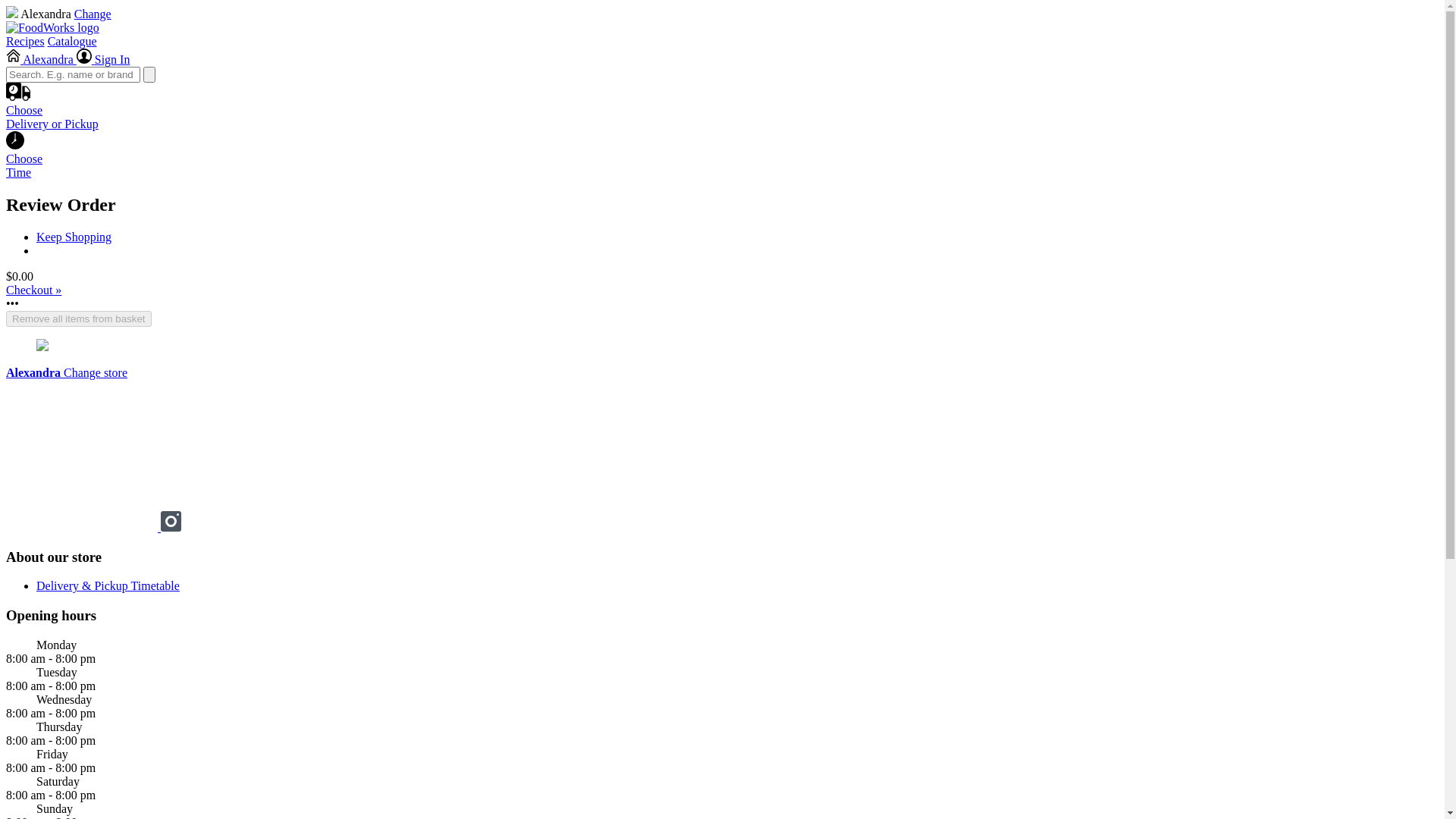  I want to click on 'Alexandra', so click(6, 58).